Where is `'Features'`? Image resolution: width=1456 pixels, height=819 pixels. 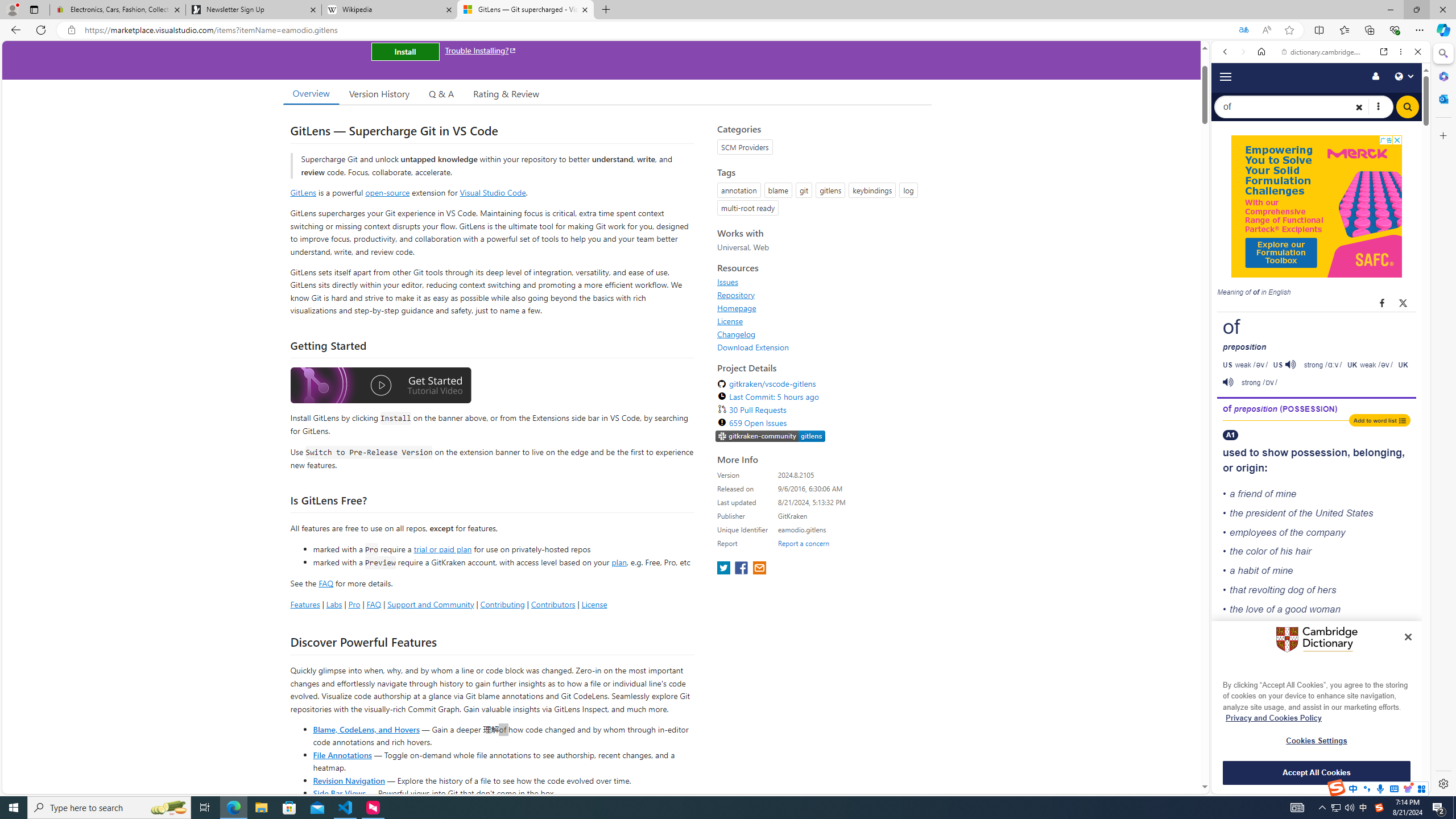 'Features' is located at coordinates (304, 603).